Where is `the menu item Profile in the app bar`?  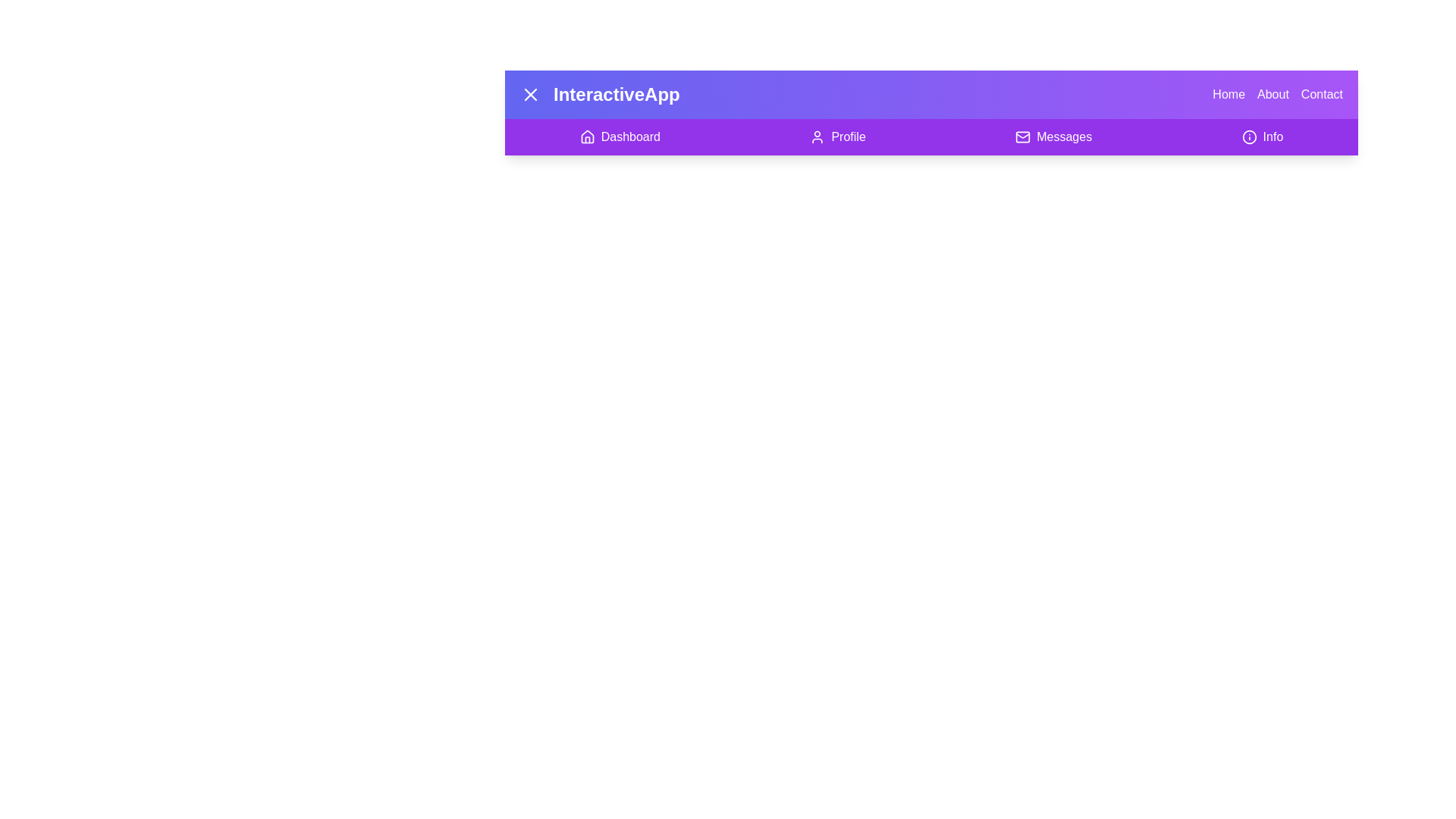
the menu item Profile in the app bar is located at coordinates (837, 137).